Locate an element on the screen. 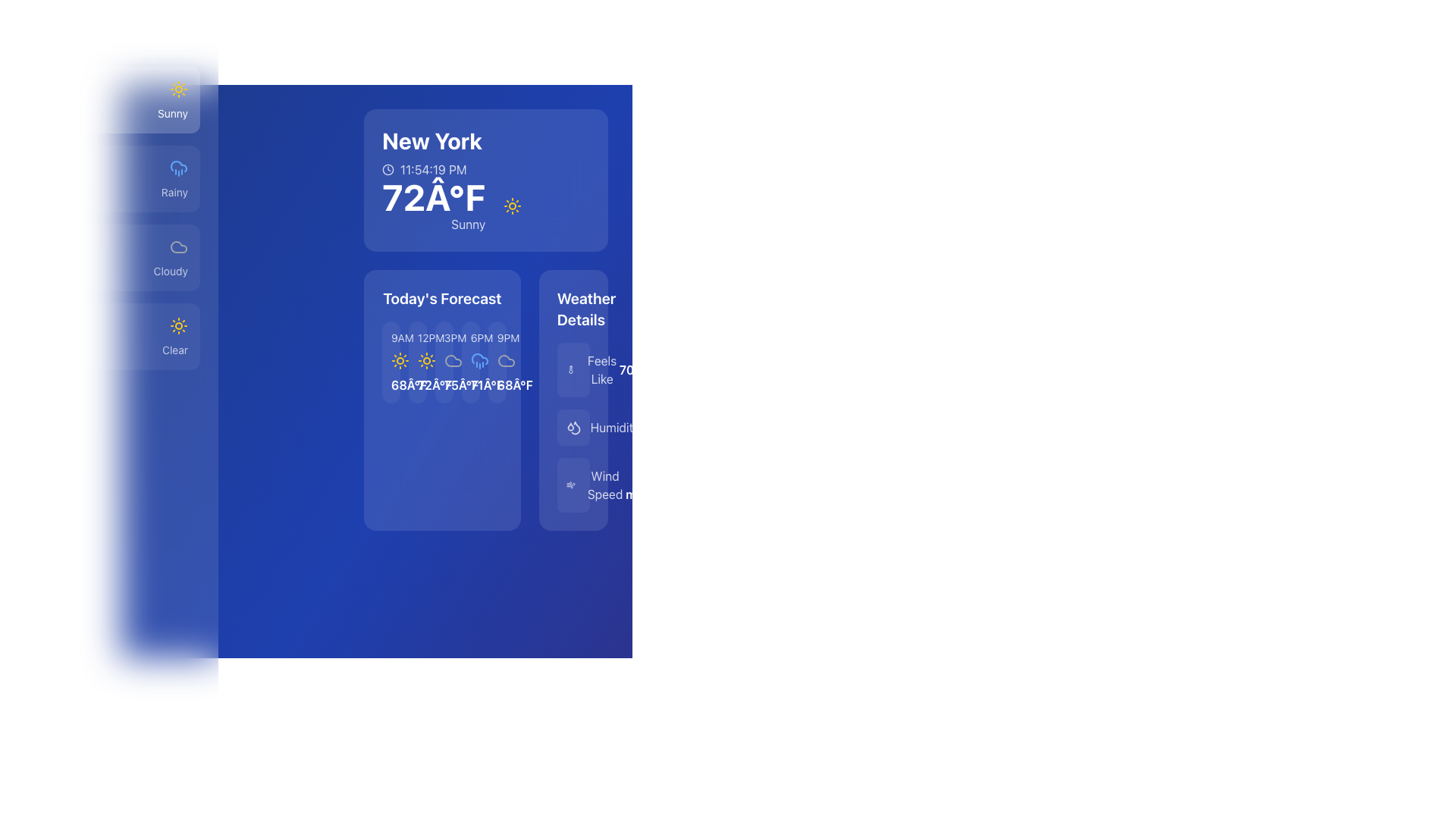 Image resolution: width=1456 pixels, height=819 pixels. the weather information displayed in the Forecast Card that shows '9PM', a cloud icon, and '68°F', located in the last column of the five-column grid layout under 'Today's Forecast' is located at coordinates (497, 362).